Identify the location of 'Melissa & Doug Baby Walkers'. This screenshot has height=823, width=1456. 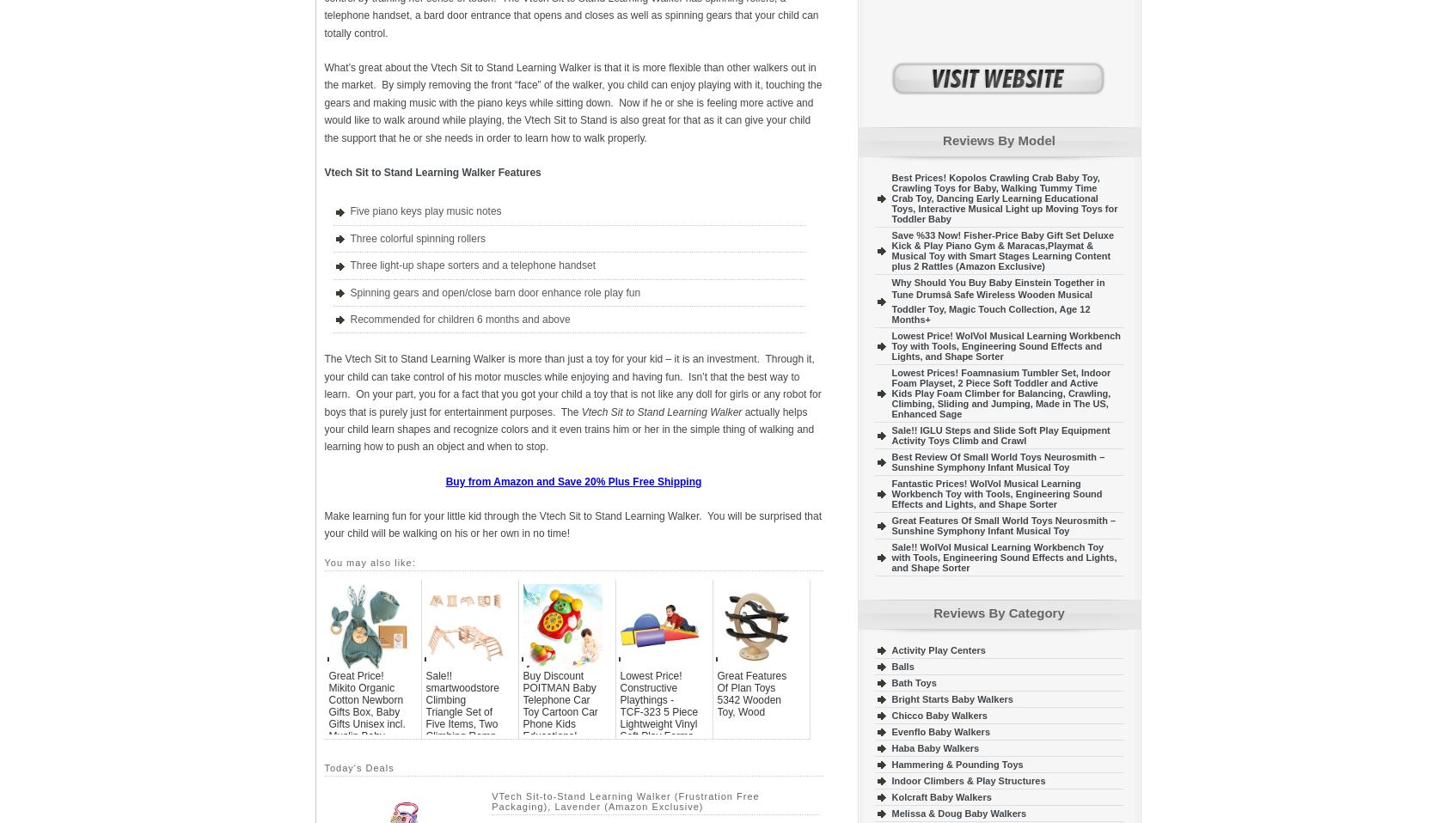
(957, 813).